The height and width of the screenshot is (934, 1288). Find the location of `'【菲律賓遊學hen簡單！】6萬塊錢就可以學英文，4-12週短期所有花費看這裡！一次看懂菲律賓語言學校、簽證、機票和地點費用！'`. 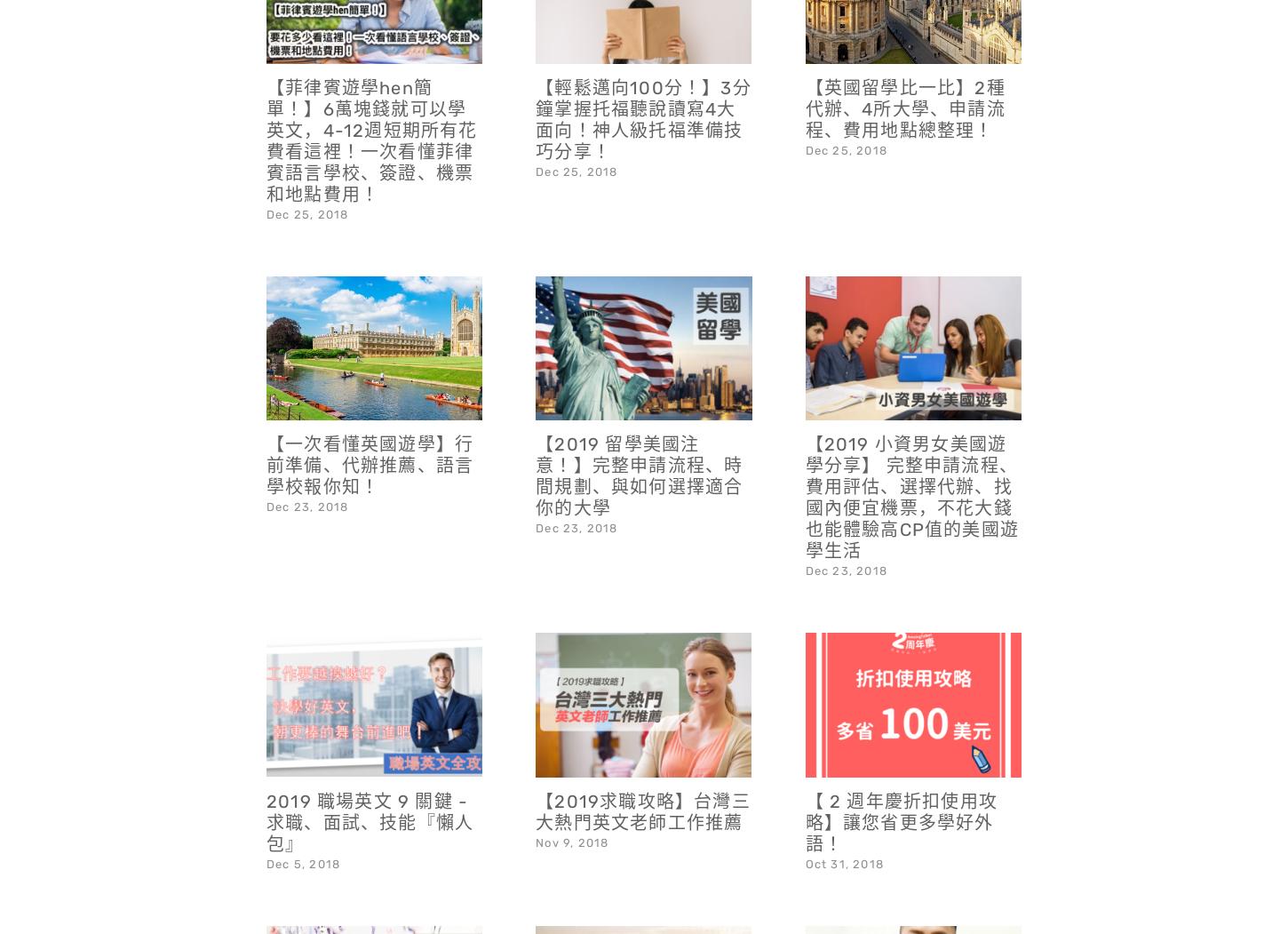

'【菲律賓遊學hen簡單！】6萬塊錢就可以學英文，4-12週短期所有花費看這裡！一次看懂菲律賓語言學校、簽證、機票和地點費用！' is located at coordinates (370, 94).